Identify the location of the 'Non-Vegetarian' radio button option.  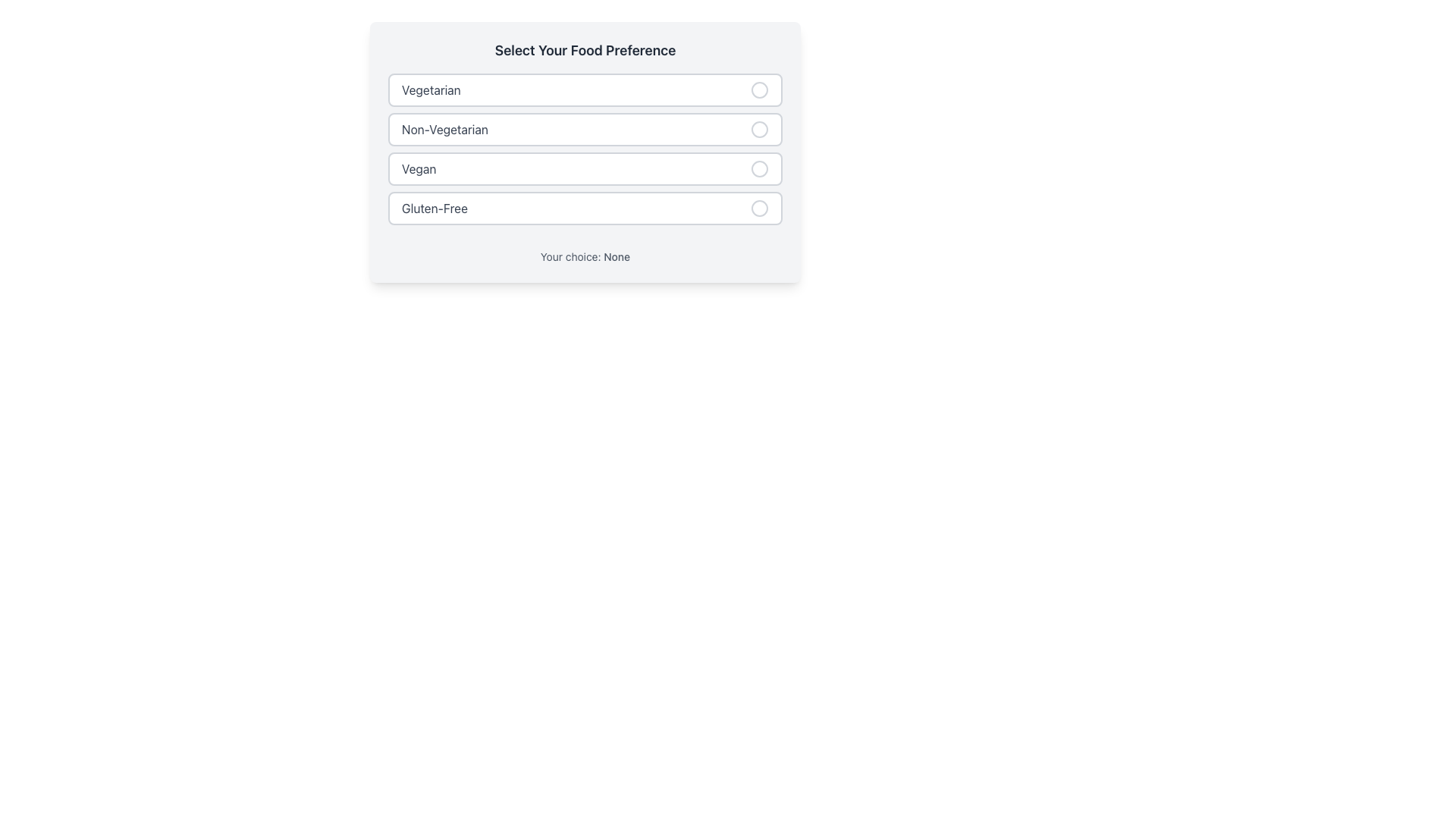
(585, 128).